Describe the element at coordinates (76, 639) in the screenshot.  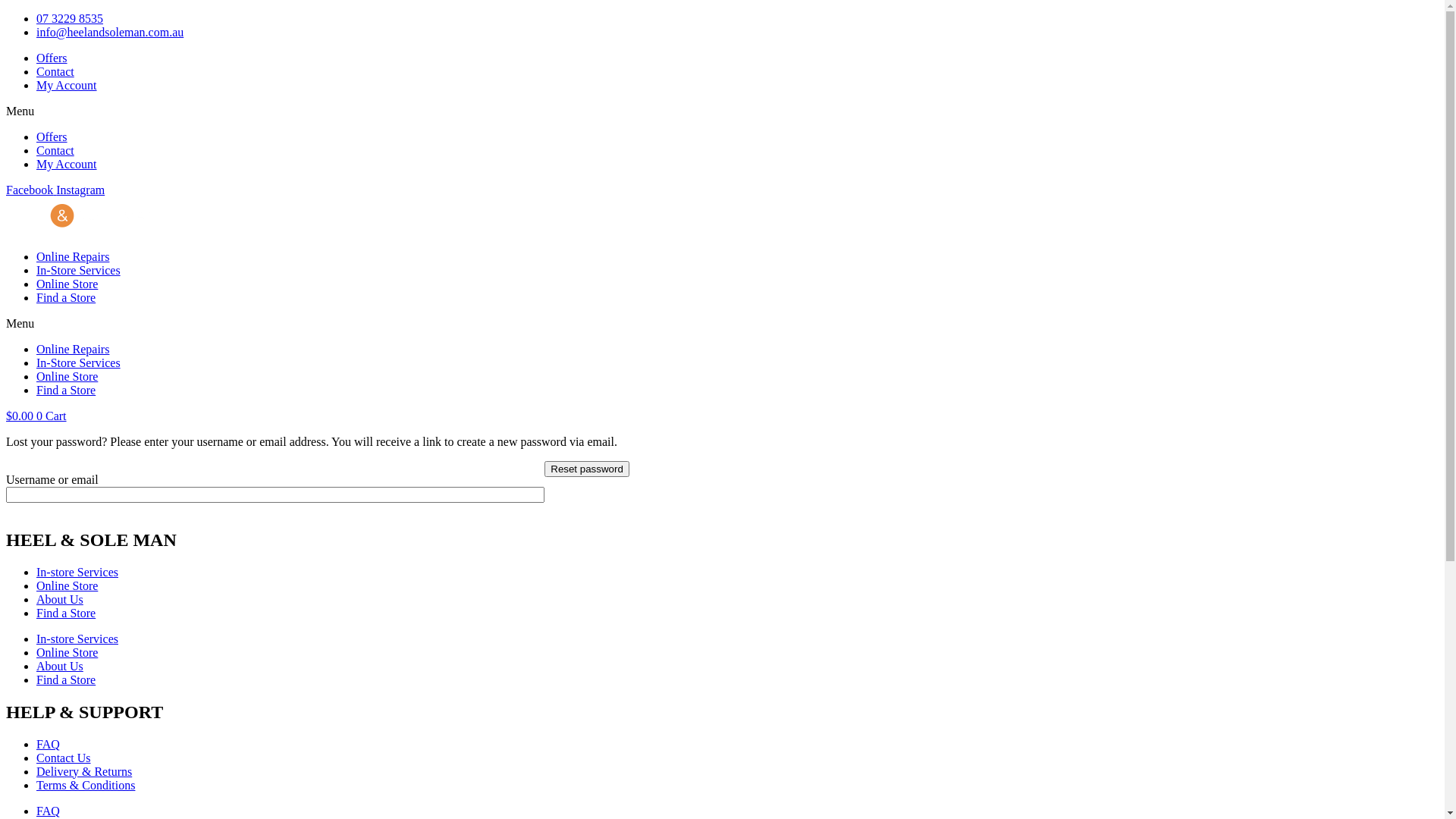
I see `'In-store Services'` at that location.